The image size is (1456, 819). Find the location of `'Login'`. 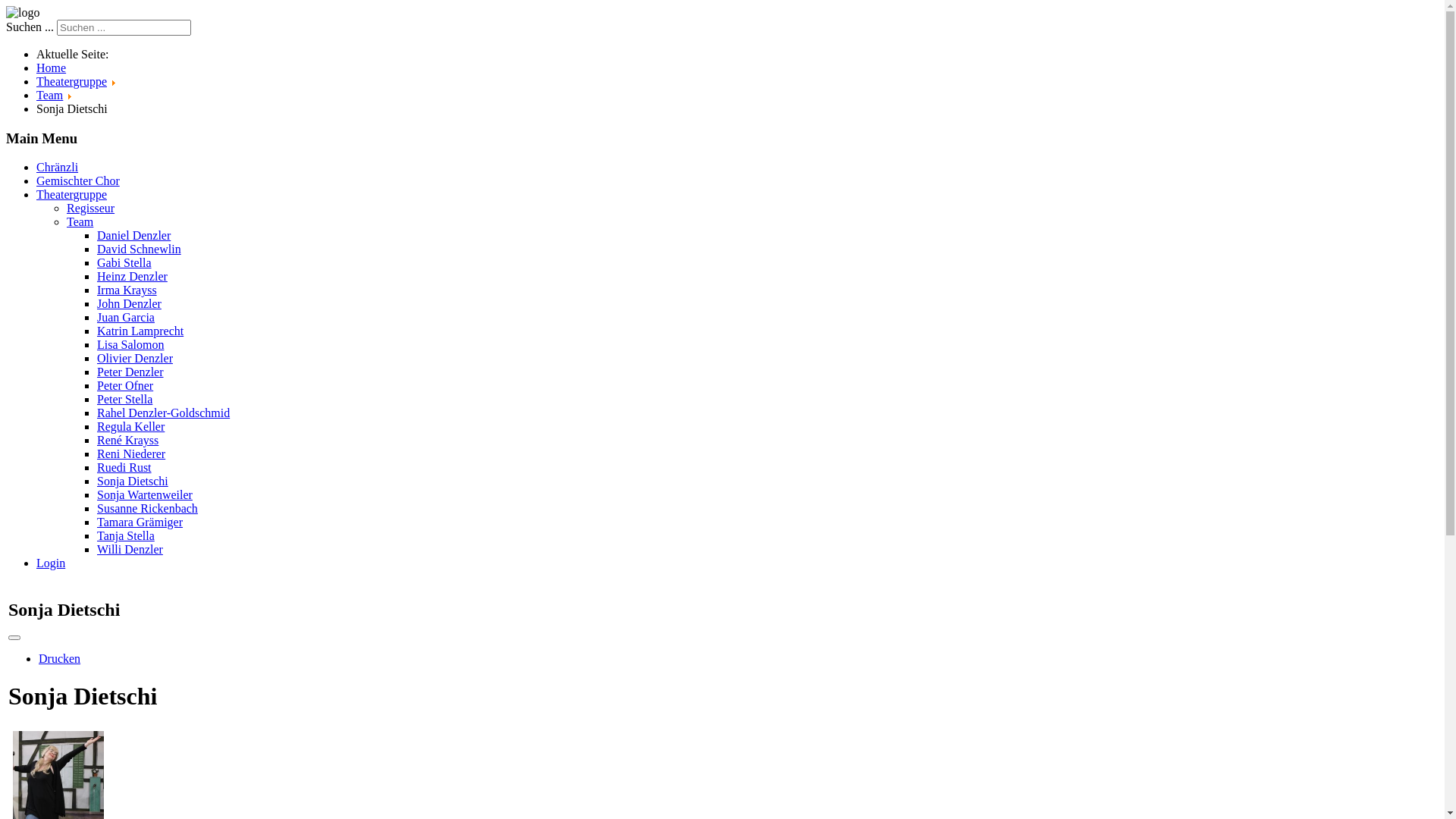

'Login' is located at coordinates (51, 563).